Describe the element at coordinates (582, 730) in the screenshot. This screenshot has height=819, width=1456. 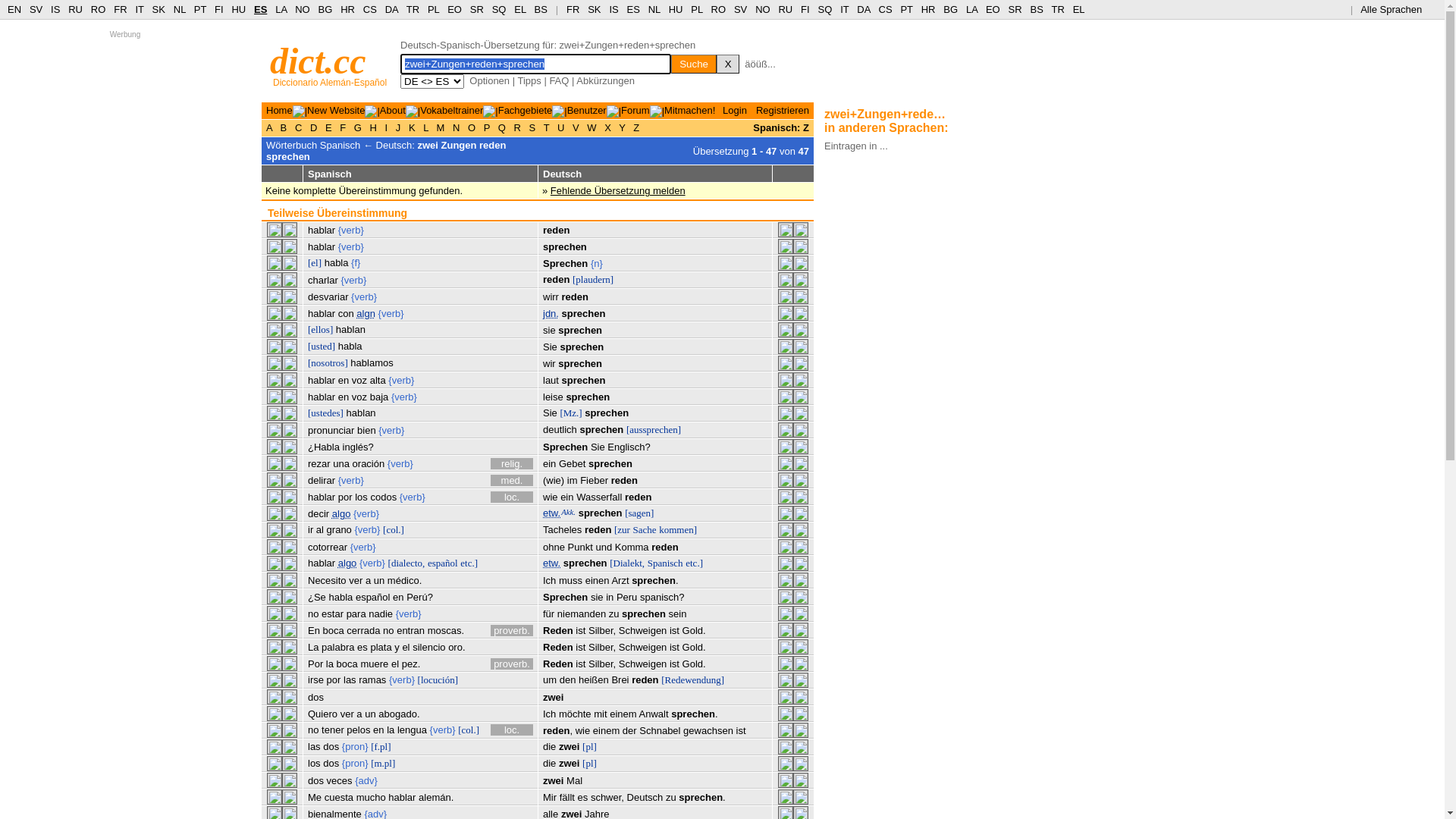
I see `'wie'` at that location.